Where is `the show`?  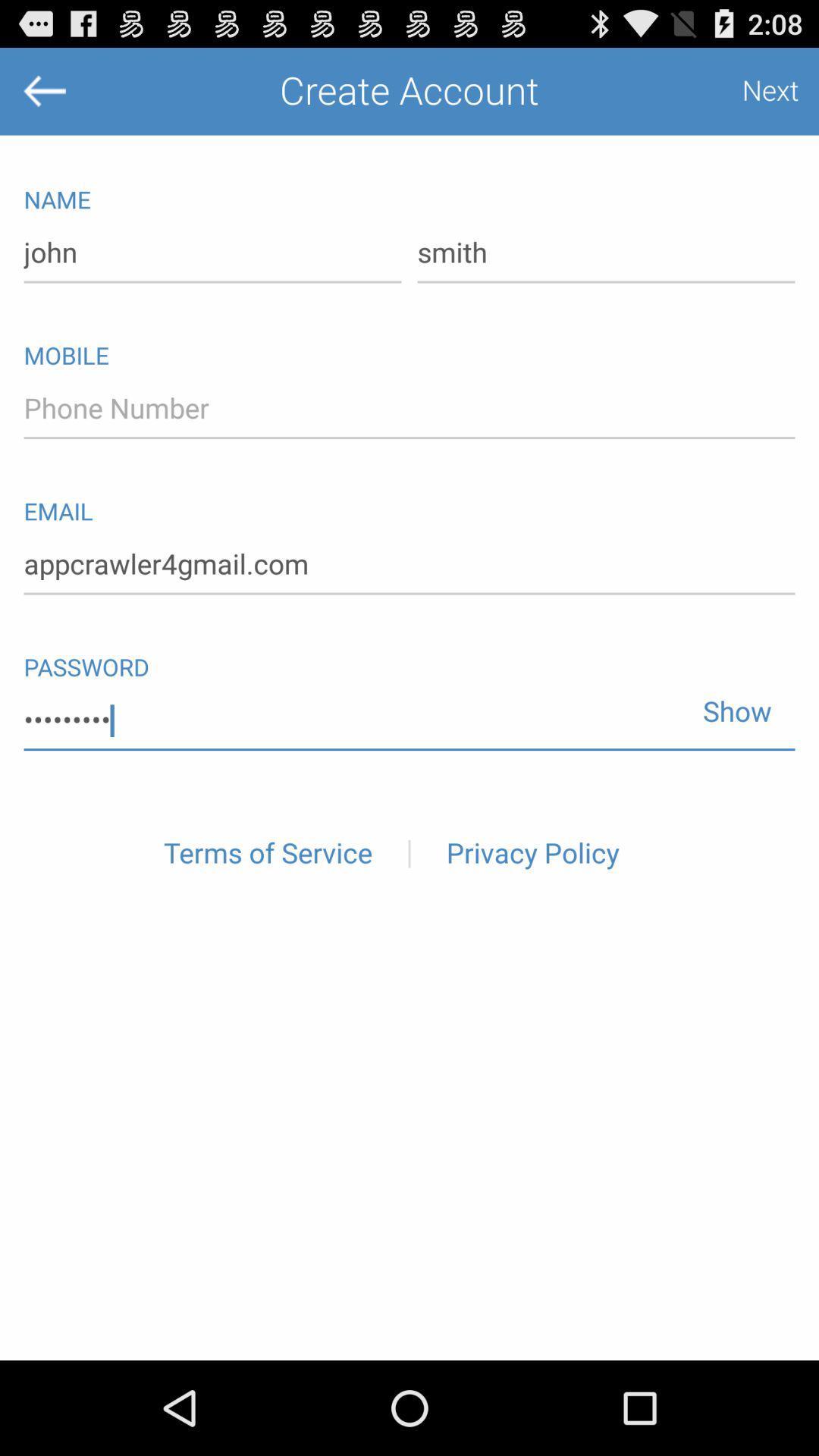
the show is located at coordinates (730, 704).